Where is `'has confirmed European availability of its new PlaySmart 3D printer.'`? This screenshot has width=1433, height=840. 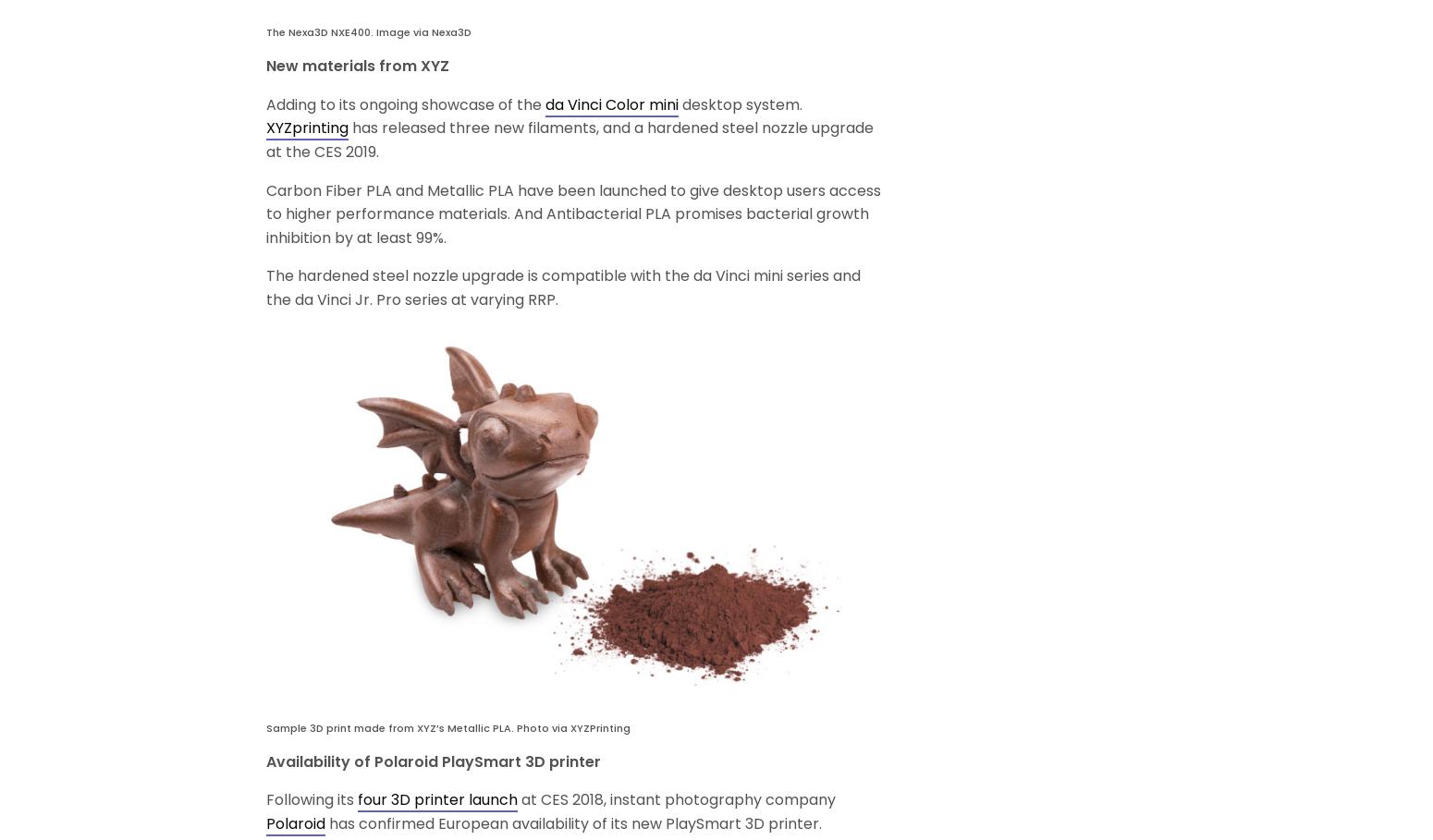 'has confirmed European availability of its new PlaySmart 3D printer.' is located at coordinates (325, 822).